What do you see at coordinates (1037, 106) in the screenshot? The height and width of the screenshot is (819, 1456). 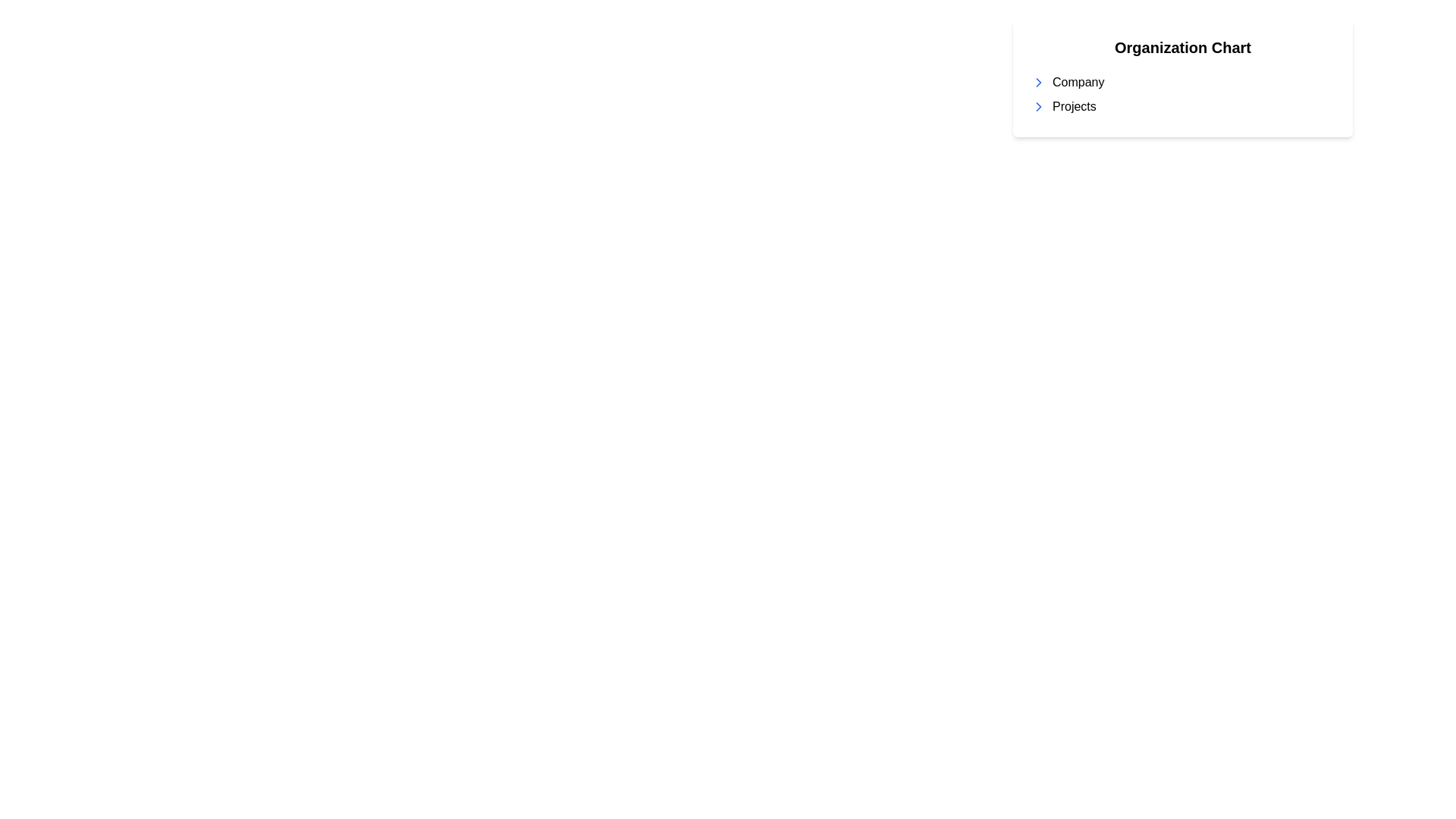 I see `the Chevron Icon located to the left of the 'Projects' text label under the 'Organization Chart' header` at bounding box center [1037, 106].